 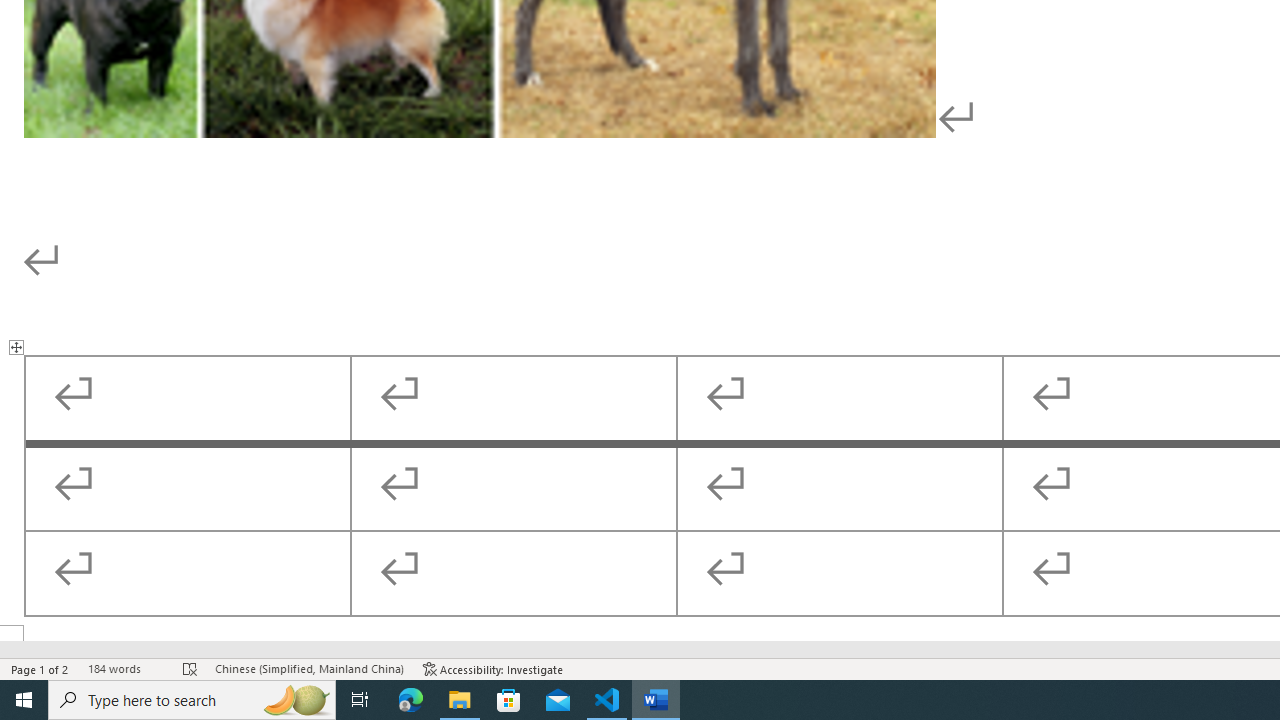 I want to click on 'Page Number Page 1 of 2', so click(x=40, y=669).